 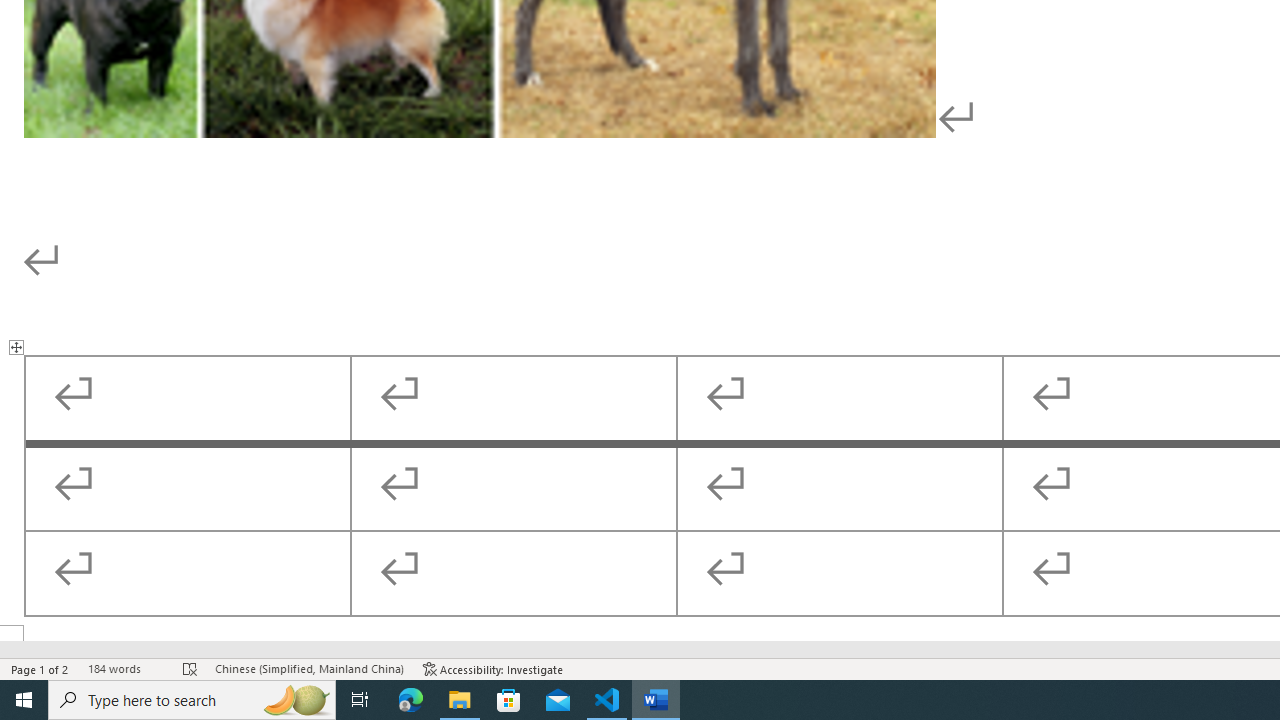 I want to click on 'Page Number Page 1 of 2', so click(x=40, y=669).